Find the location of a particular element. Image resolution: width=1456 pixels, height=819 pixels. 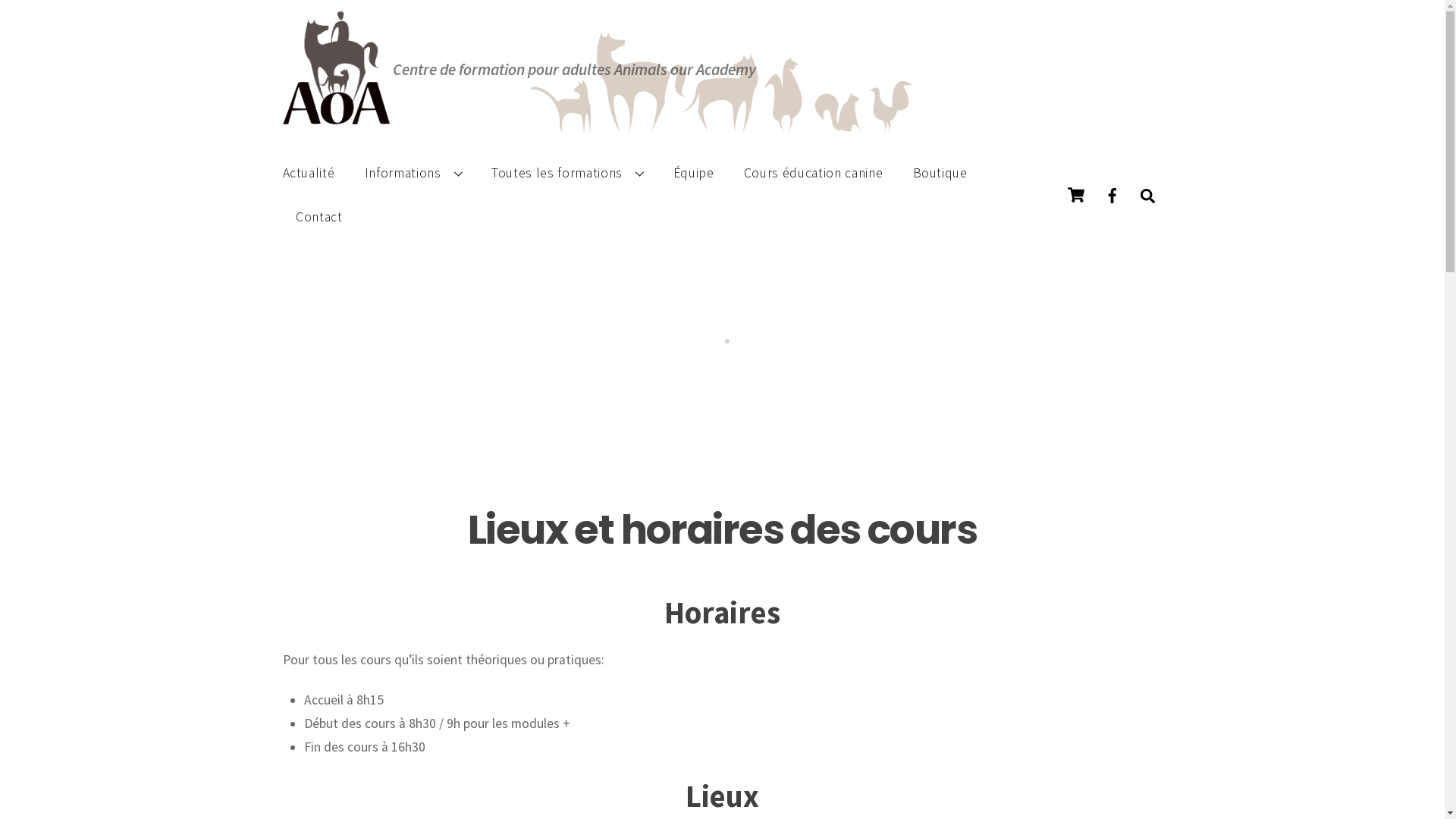

'Boutique' is located at coordinates (939, 172).